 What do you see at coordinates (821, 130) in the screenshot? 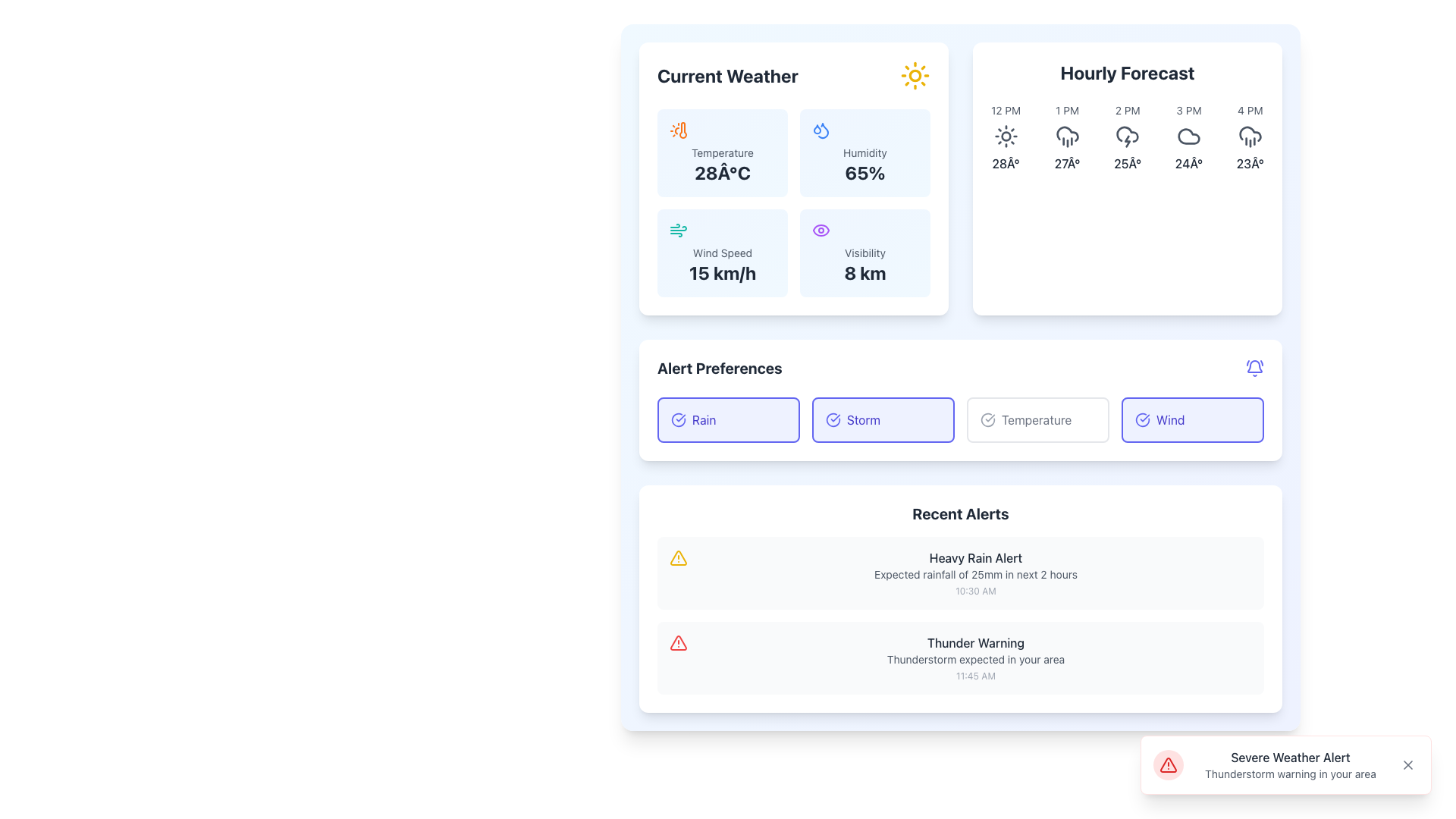
I see `the blue-colored droplet-like icon in the 'Humidity' panel located to the left of the text 'Humidity' and above '65%'` at bounding box center [821, 130].